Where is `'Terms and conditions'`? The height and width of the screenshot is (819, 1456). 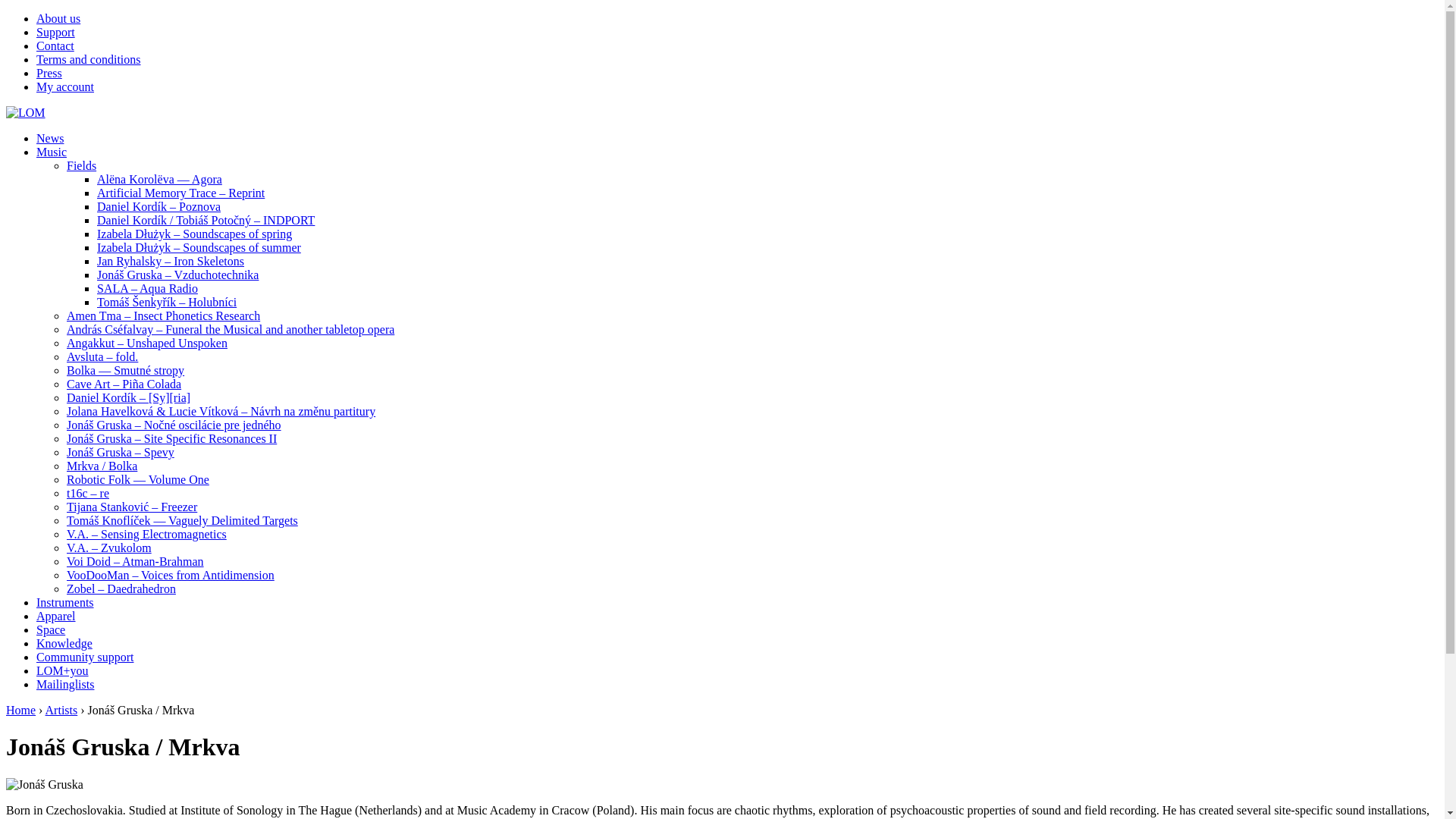 'Terms and conditions' is located at coordinates (87, 58).